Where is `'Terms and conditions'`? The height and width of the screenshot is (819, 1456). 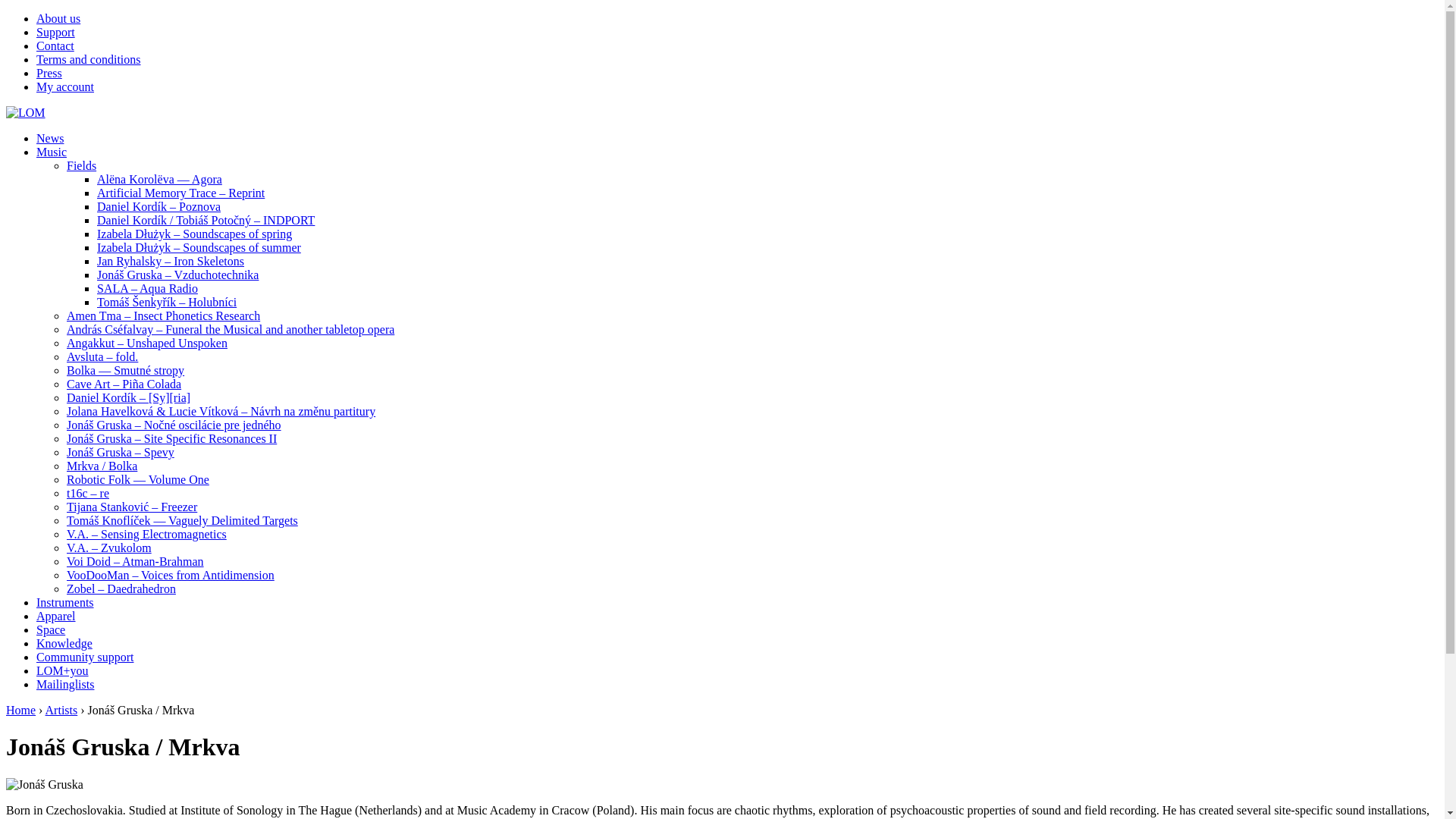 'Terms and conditions' is located at coordinates (87, 58).